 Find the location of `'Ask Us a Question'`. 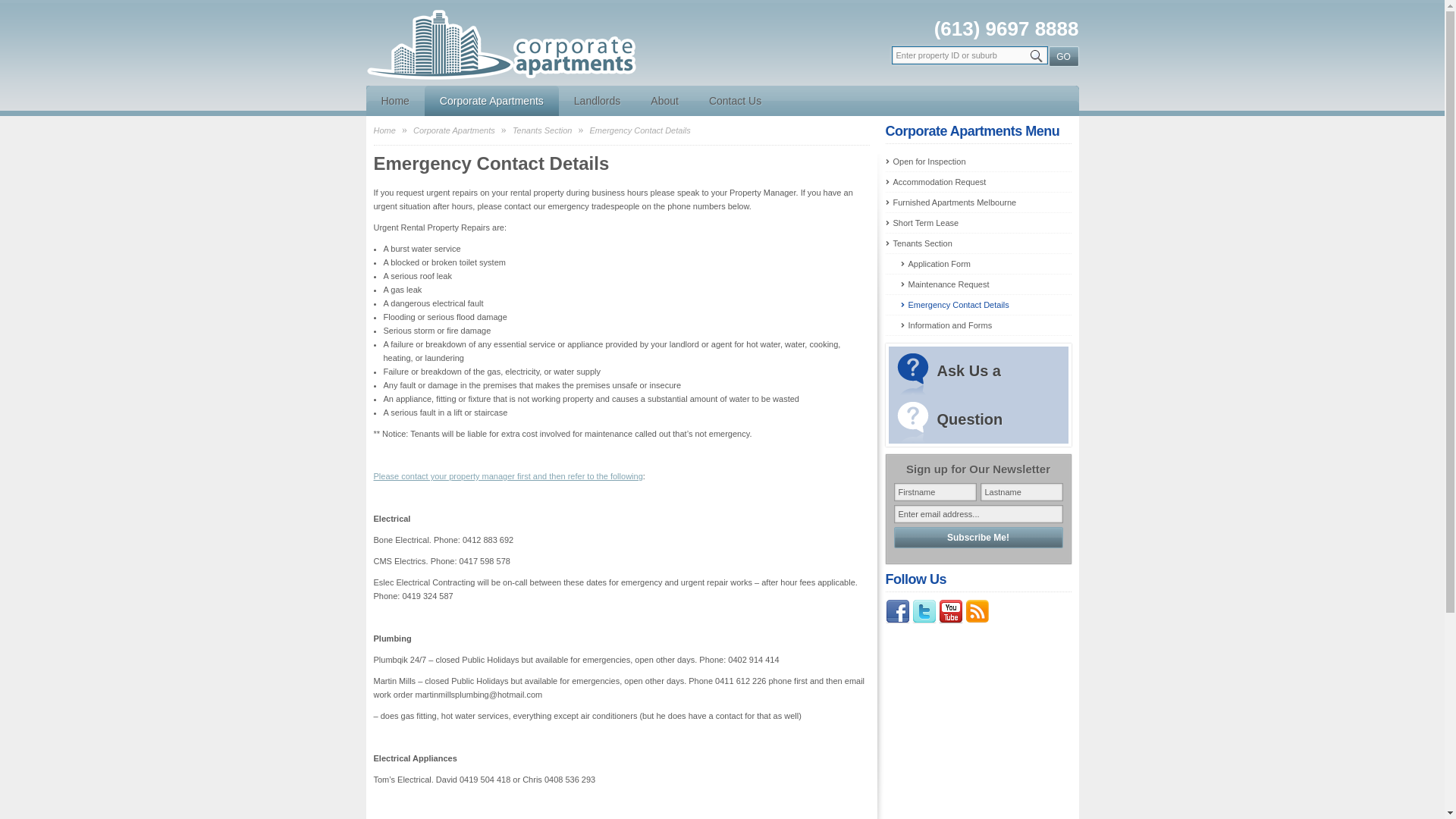

'Ask Us a Question' is located at coordinates (978, 394).